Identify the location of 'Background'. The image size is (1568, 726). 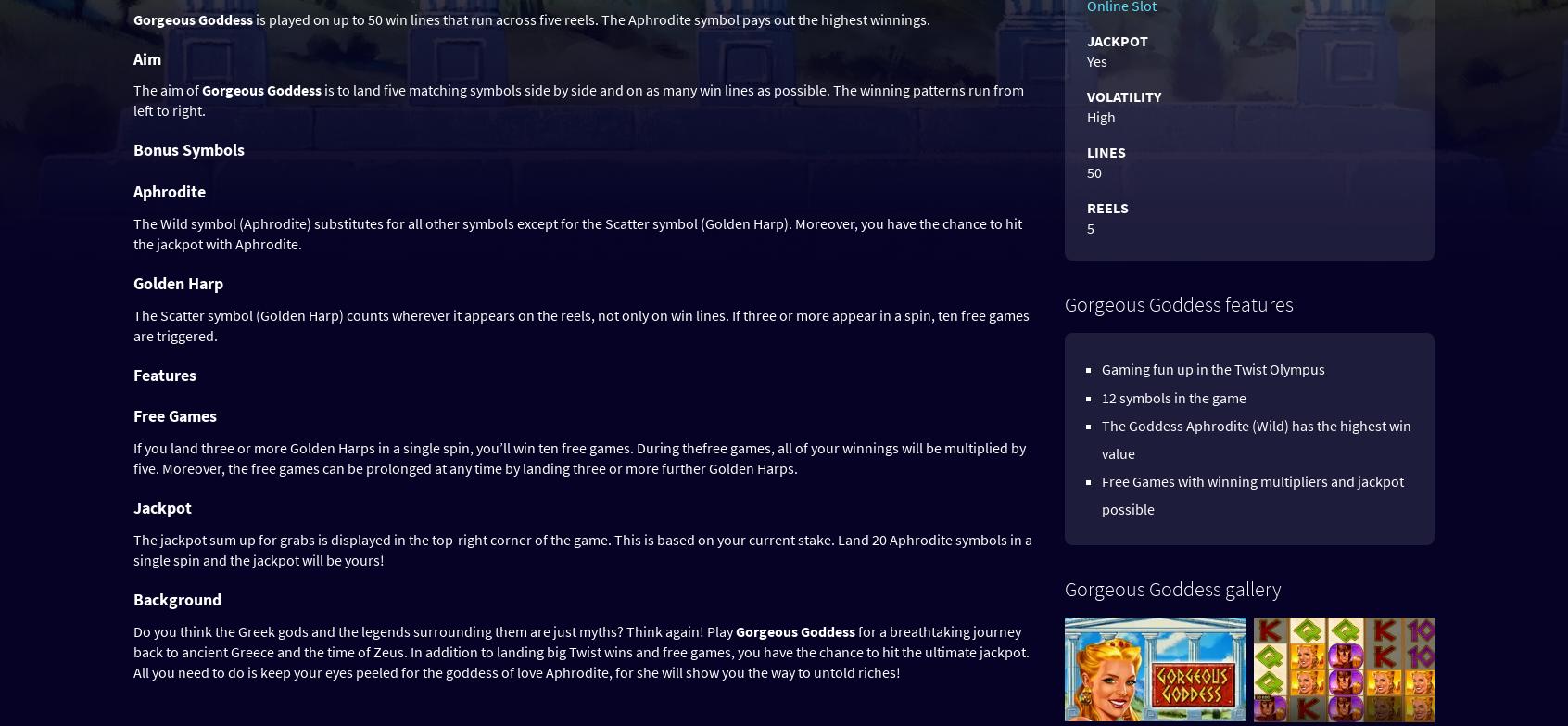
(176, 597).